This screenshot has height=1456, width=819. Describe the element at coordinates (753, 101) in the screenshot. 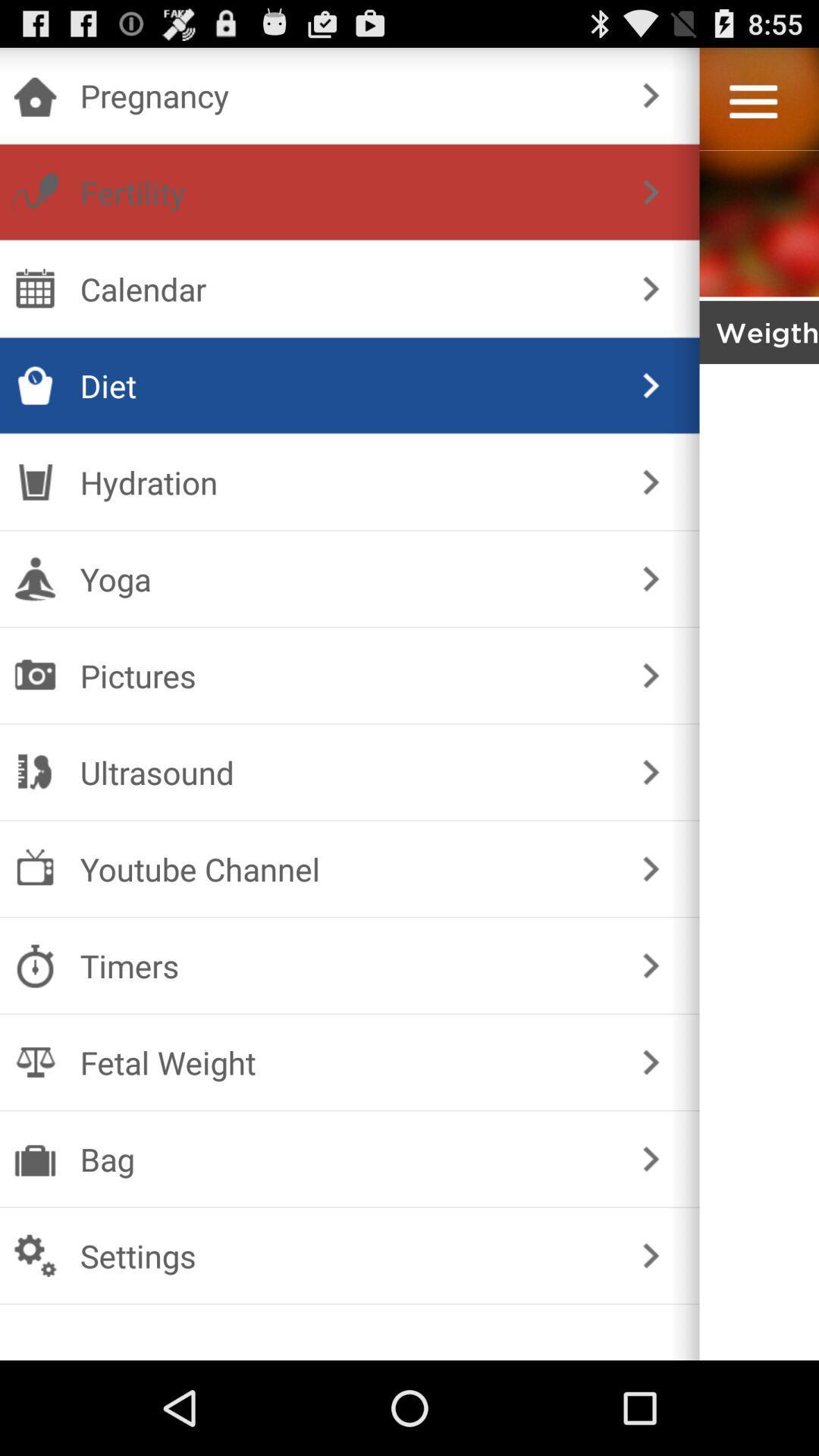

I see `main menu` at that location.